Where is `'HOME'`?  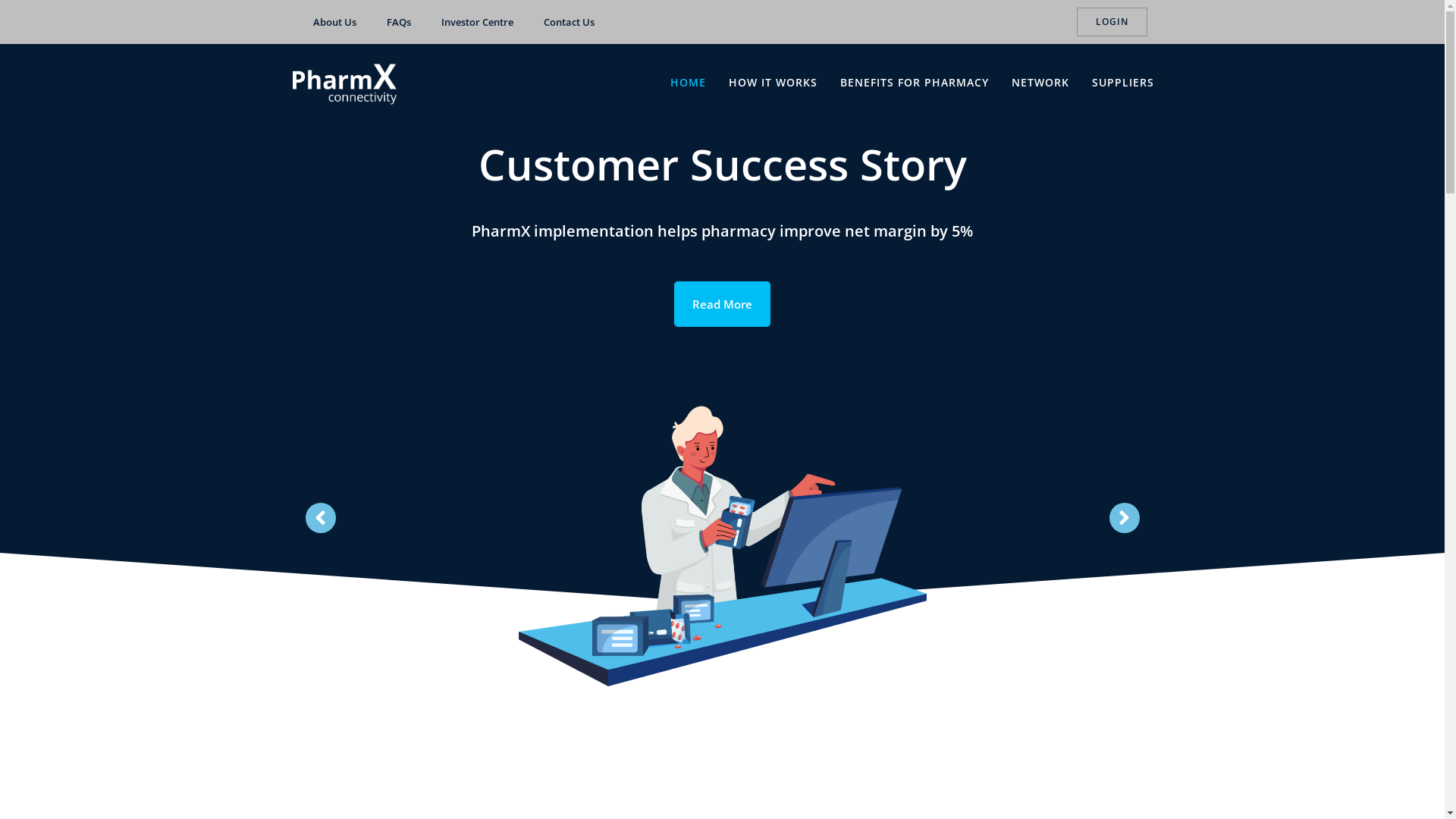 'HOME' is located at coordinates (669, 81).